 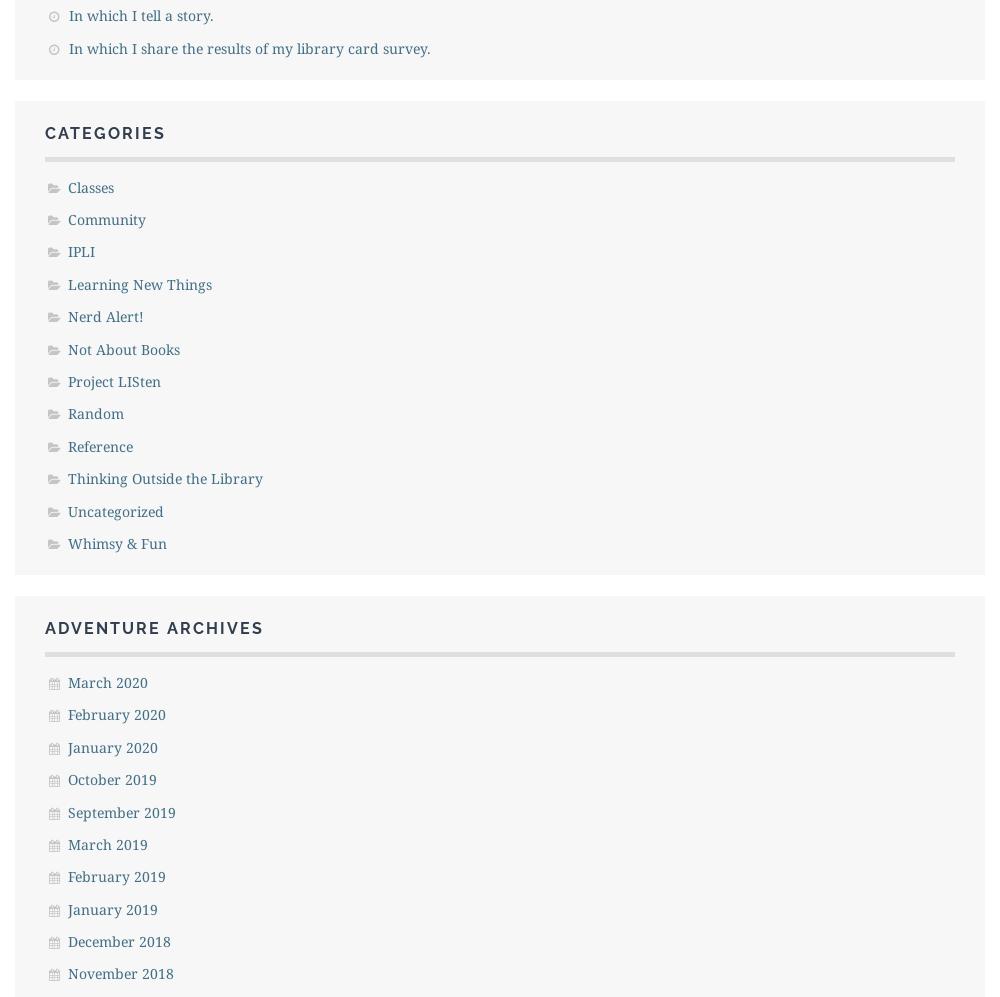 I want to click on 'Categories', so click(x=104, y=133).